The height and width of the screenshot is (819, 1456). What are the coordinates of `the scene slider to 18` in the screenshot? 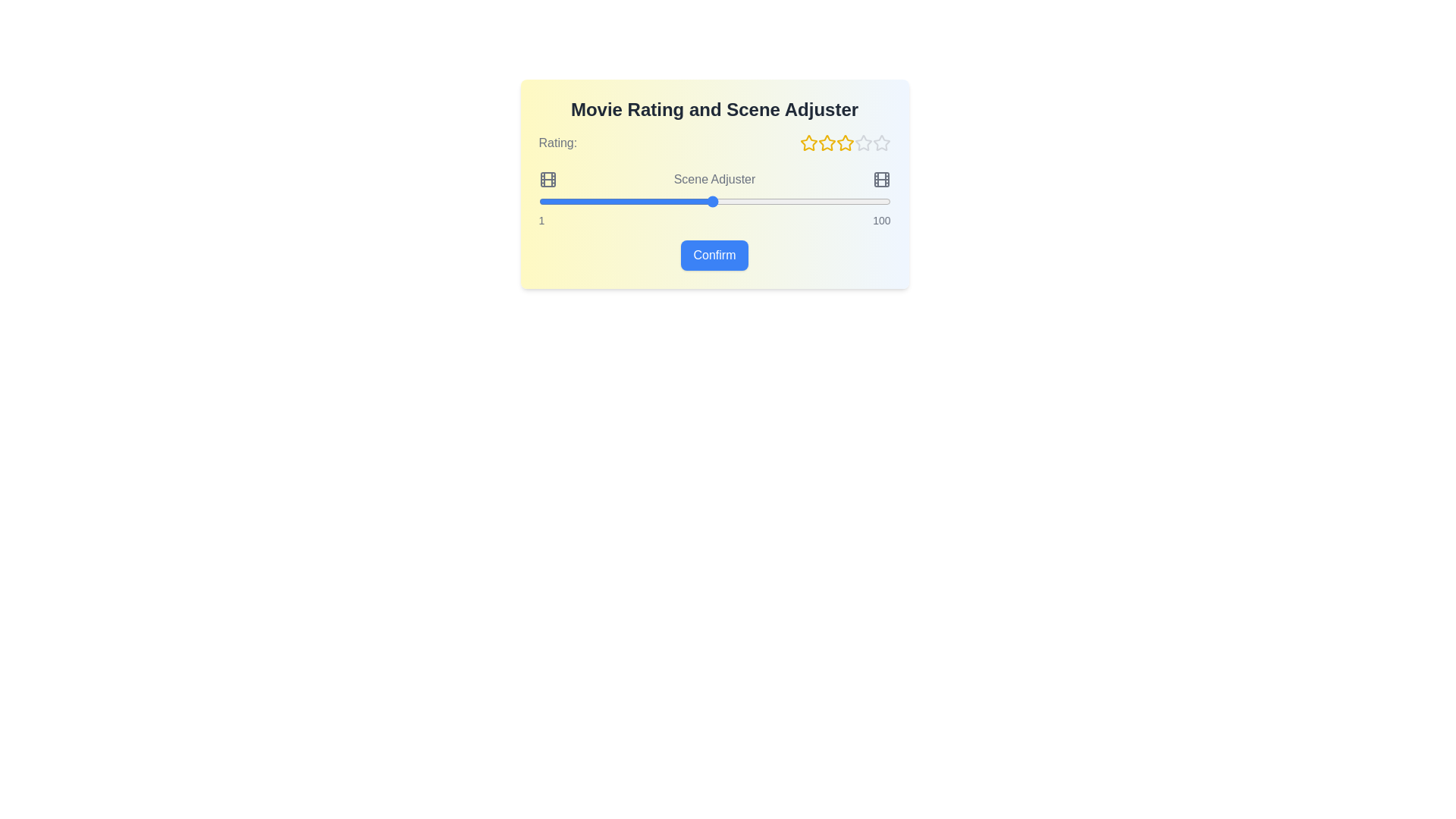 It's located at (598, 201).